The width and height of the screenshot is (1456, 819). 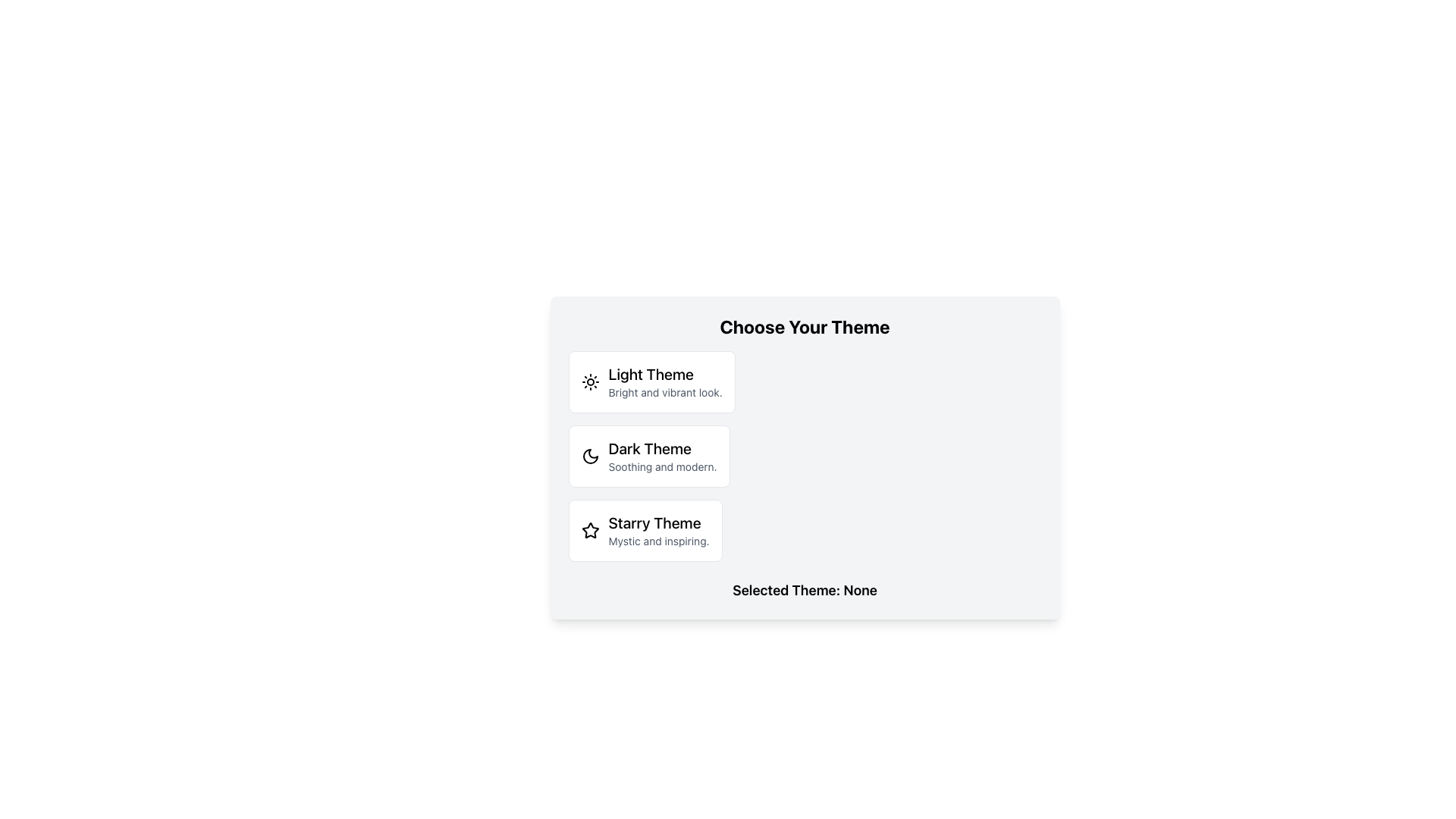 I want to click on descriptive text label that provides additional information about the 'Light Theme' option, located directly beneath the 'Light Theme' text, so click(x=665, y=391).